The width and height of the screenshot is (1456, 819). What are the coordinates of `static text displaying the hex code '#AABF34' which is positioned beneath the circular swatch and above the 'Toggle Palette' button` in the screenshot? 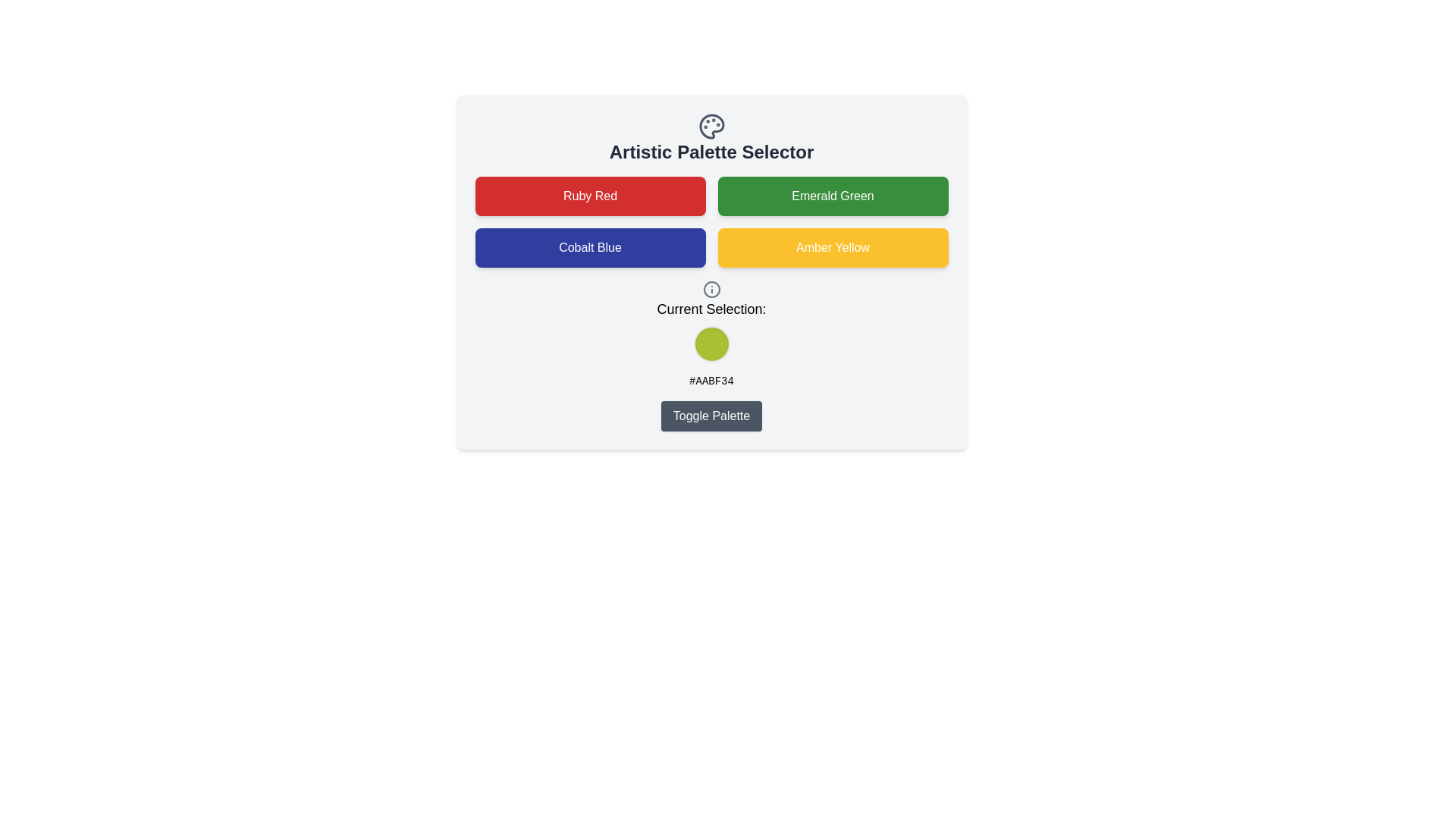 It's located at (711, 380).